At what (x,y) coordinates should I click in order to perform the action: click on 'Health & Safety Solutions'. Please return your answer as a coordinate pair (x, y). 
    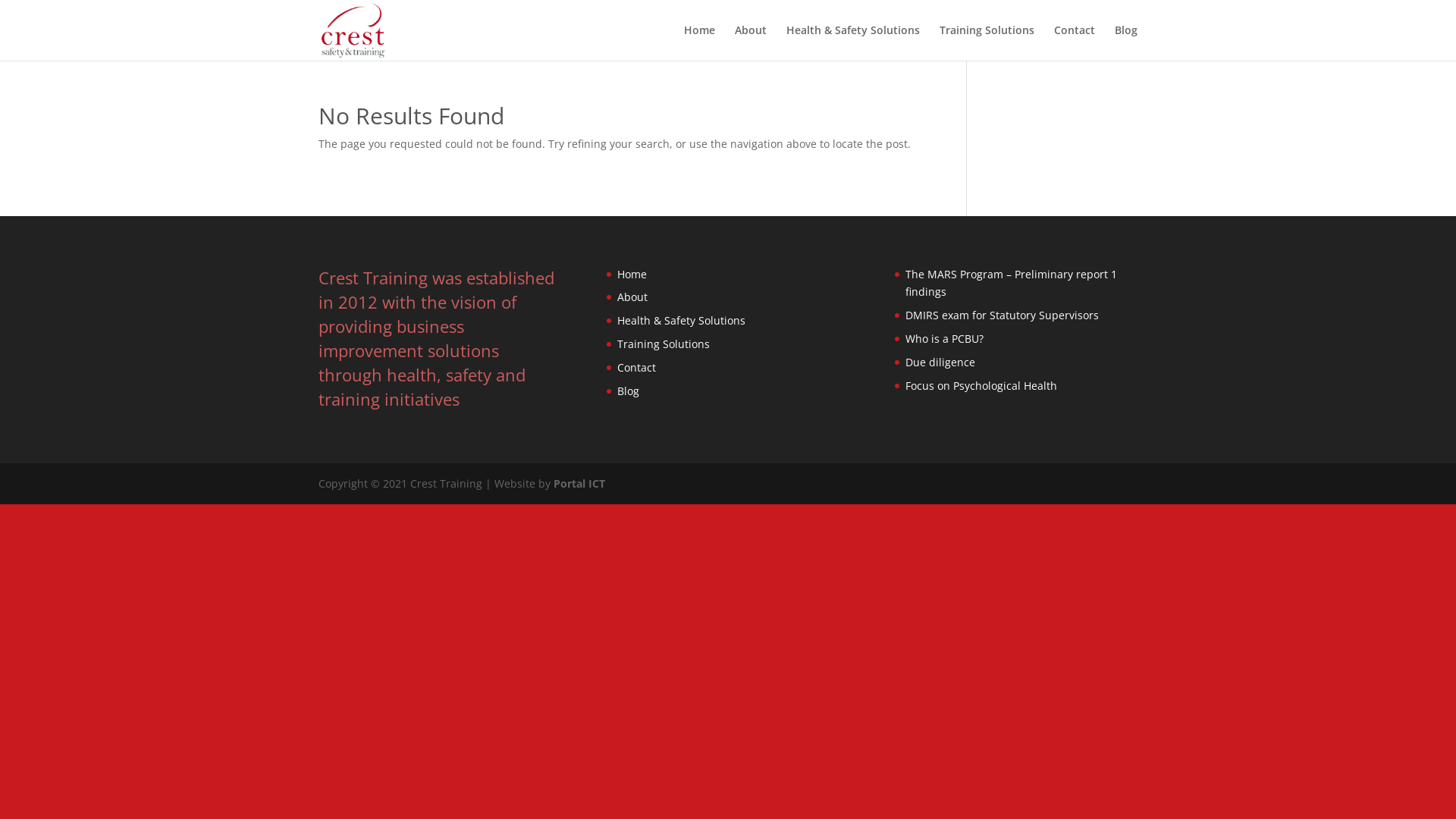
    Looking at the image, I should click on (617, 319).